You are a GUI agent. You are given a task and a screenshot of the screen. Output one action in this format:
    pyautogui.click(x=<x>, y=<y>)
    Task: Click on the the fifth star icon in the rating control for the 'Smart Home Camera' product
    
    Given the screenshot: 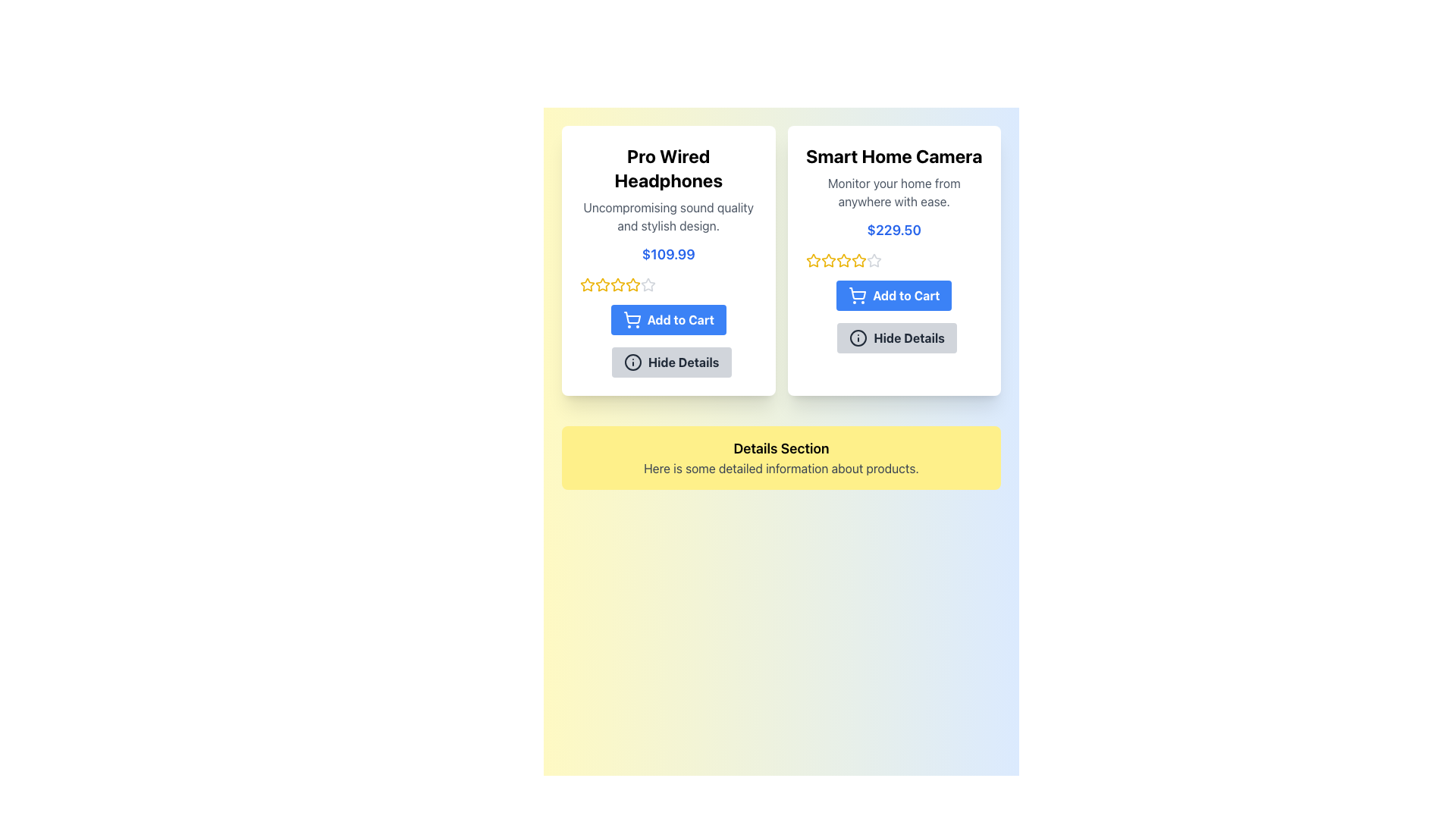 What is the action you would take?
    pyautogui.click(x=858, y=259)
    